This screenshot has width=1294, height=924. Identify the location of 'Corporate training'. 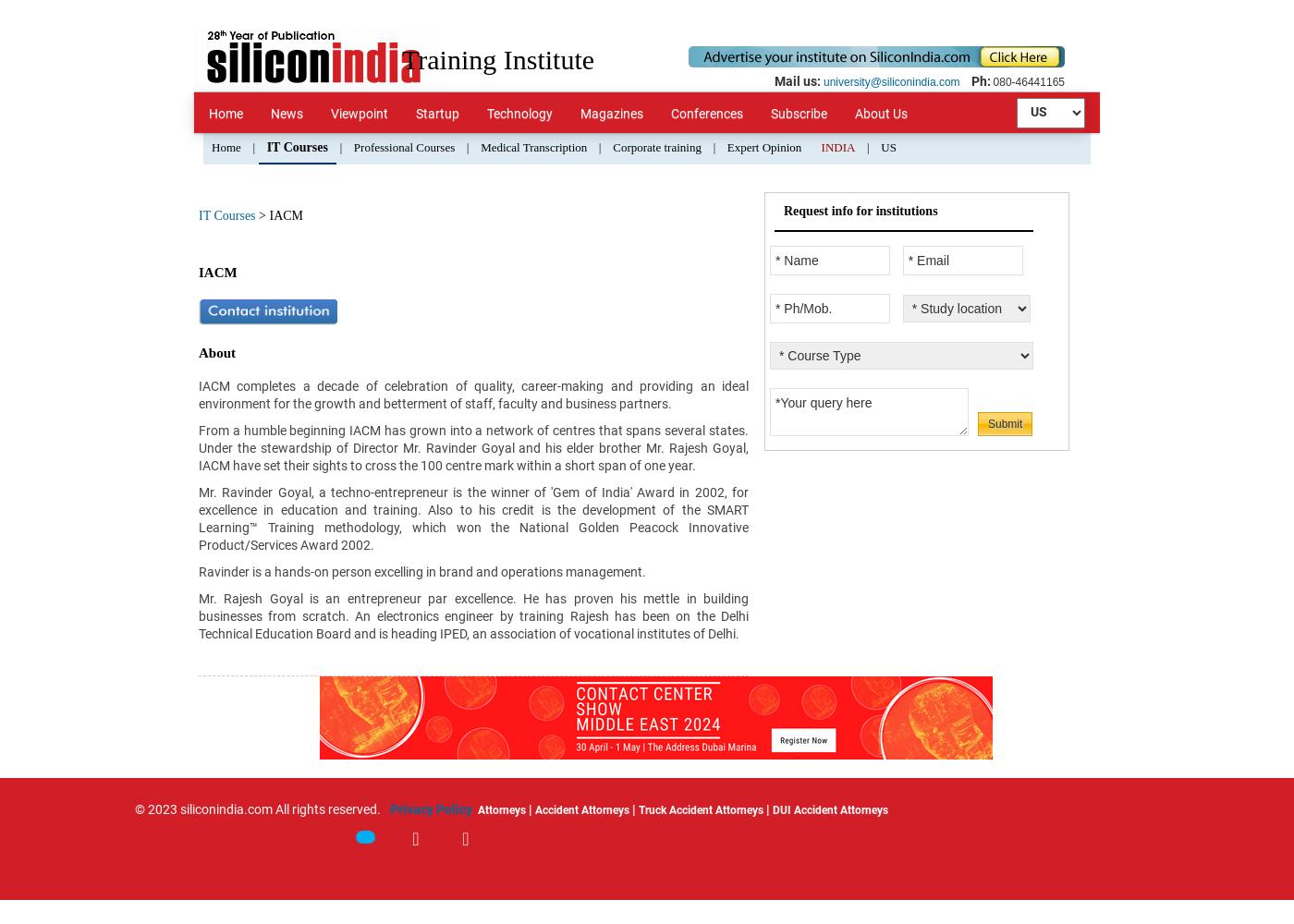
(656, 147).